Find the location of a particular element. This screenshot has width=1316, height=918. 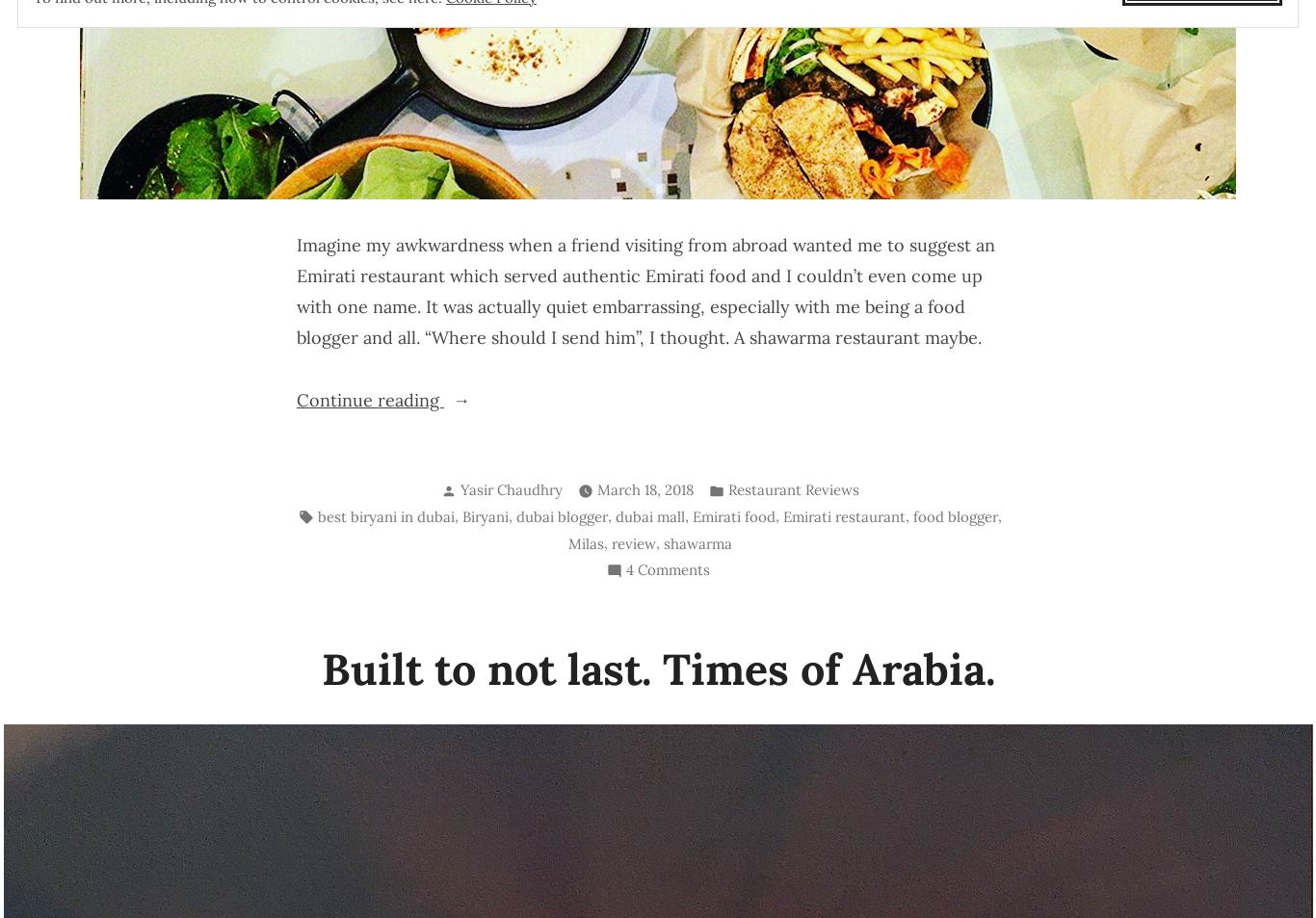

'review' is located at coordinates (633, 542).